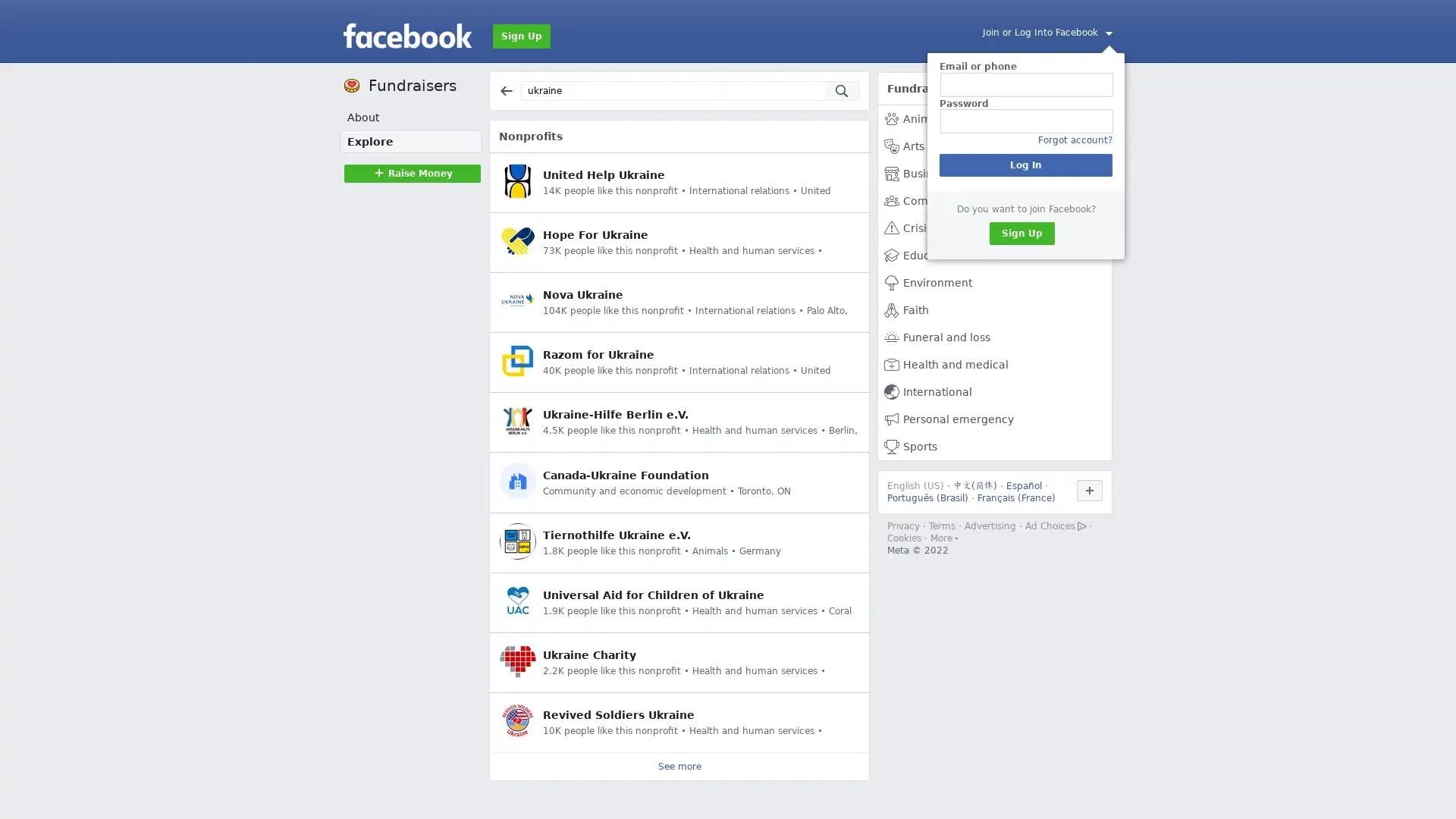 The image size is (1456, 819). I want to click on Portugues (Brasil), so click(927, 497).